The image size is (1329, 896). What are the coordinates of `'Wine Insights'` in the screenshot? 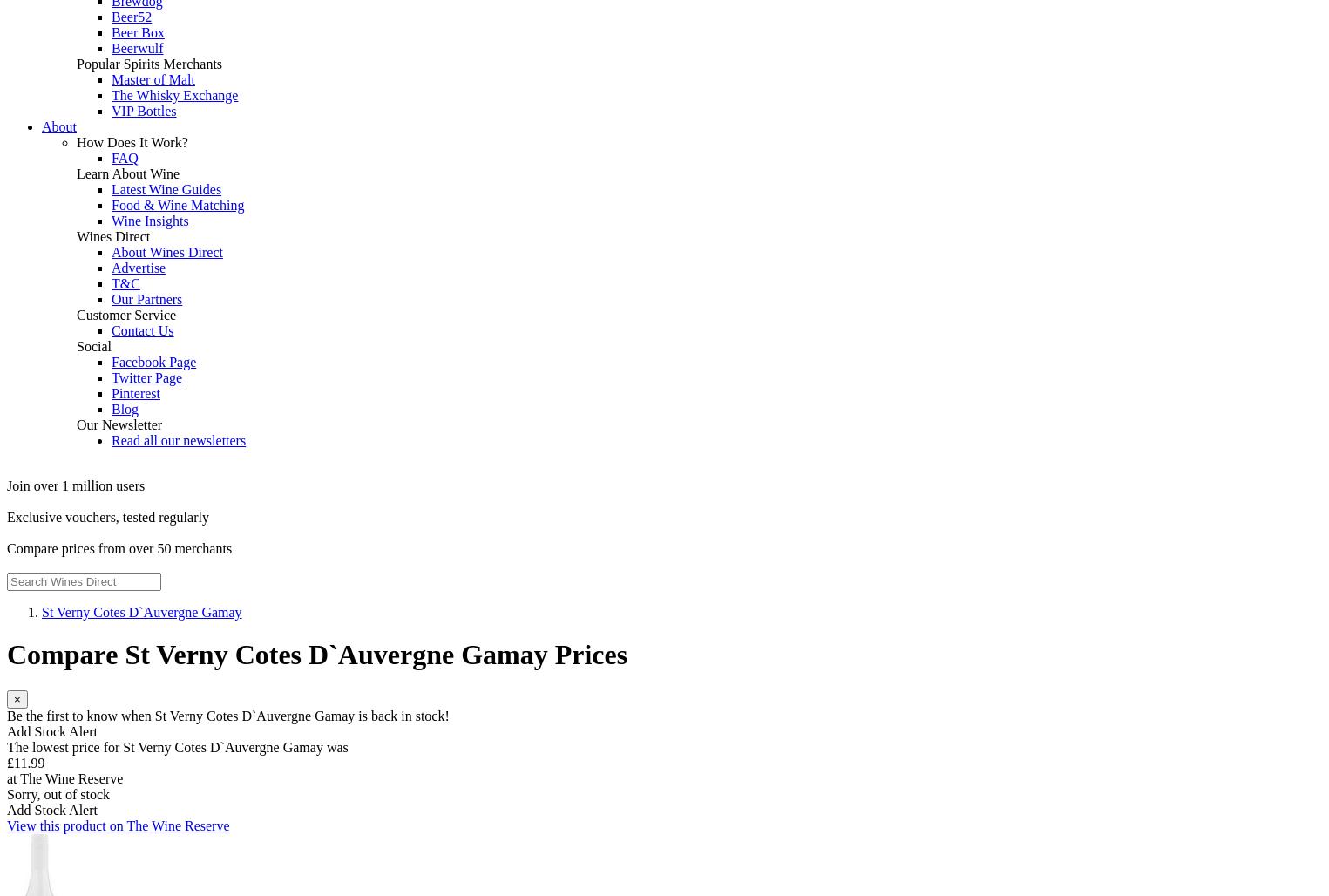 It's located at (110, 220).